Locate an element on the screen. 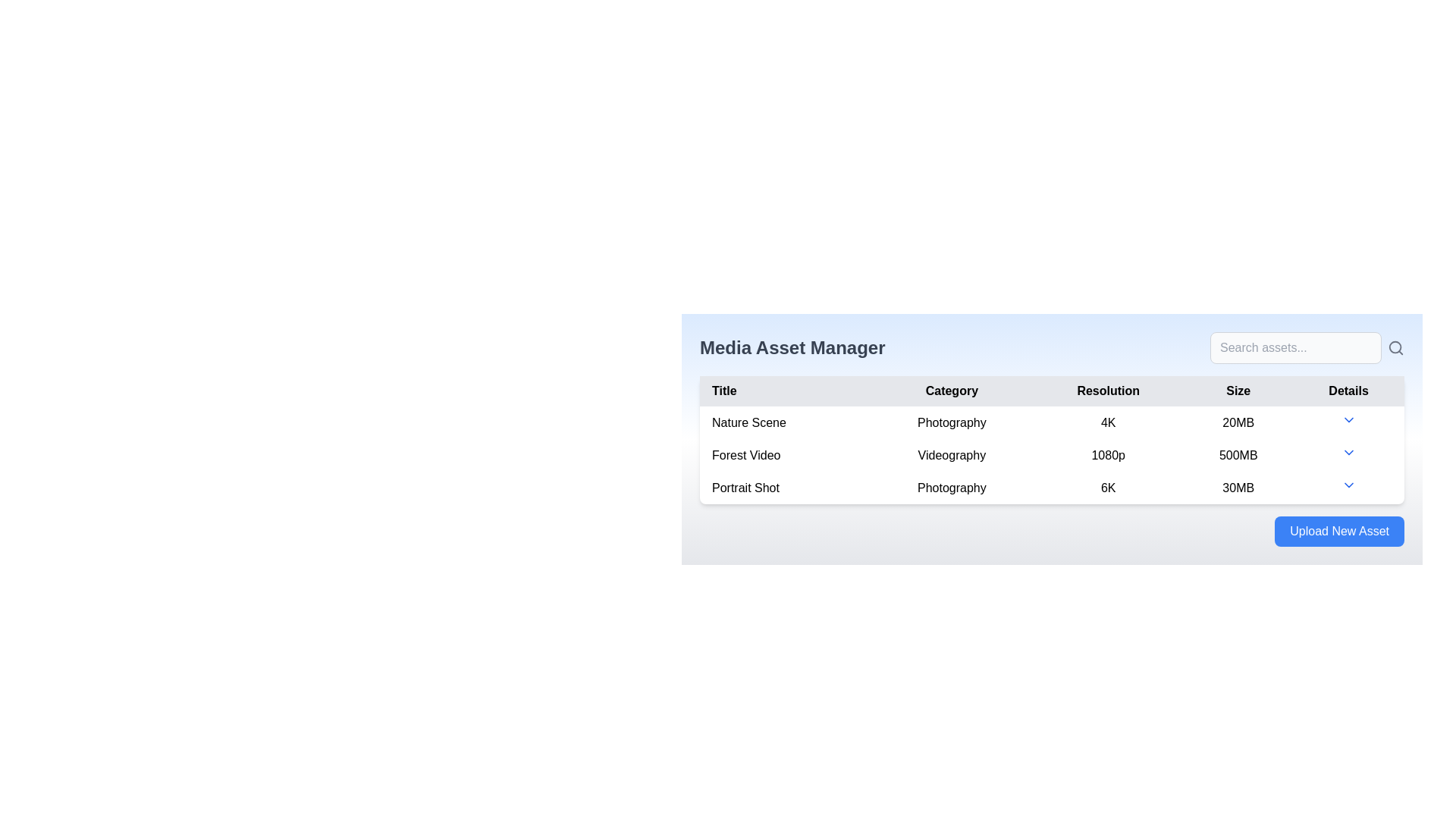 This screenshot has width=1456, height=819. the Dropdown Icon located in the last column of the first row of the table in the 'Details' section is located at coordinates (1348, 420).